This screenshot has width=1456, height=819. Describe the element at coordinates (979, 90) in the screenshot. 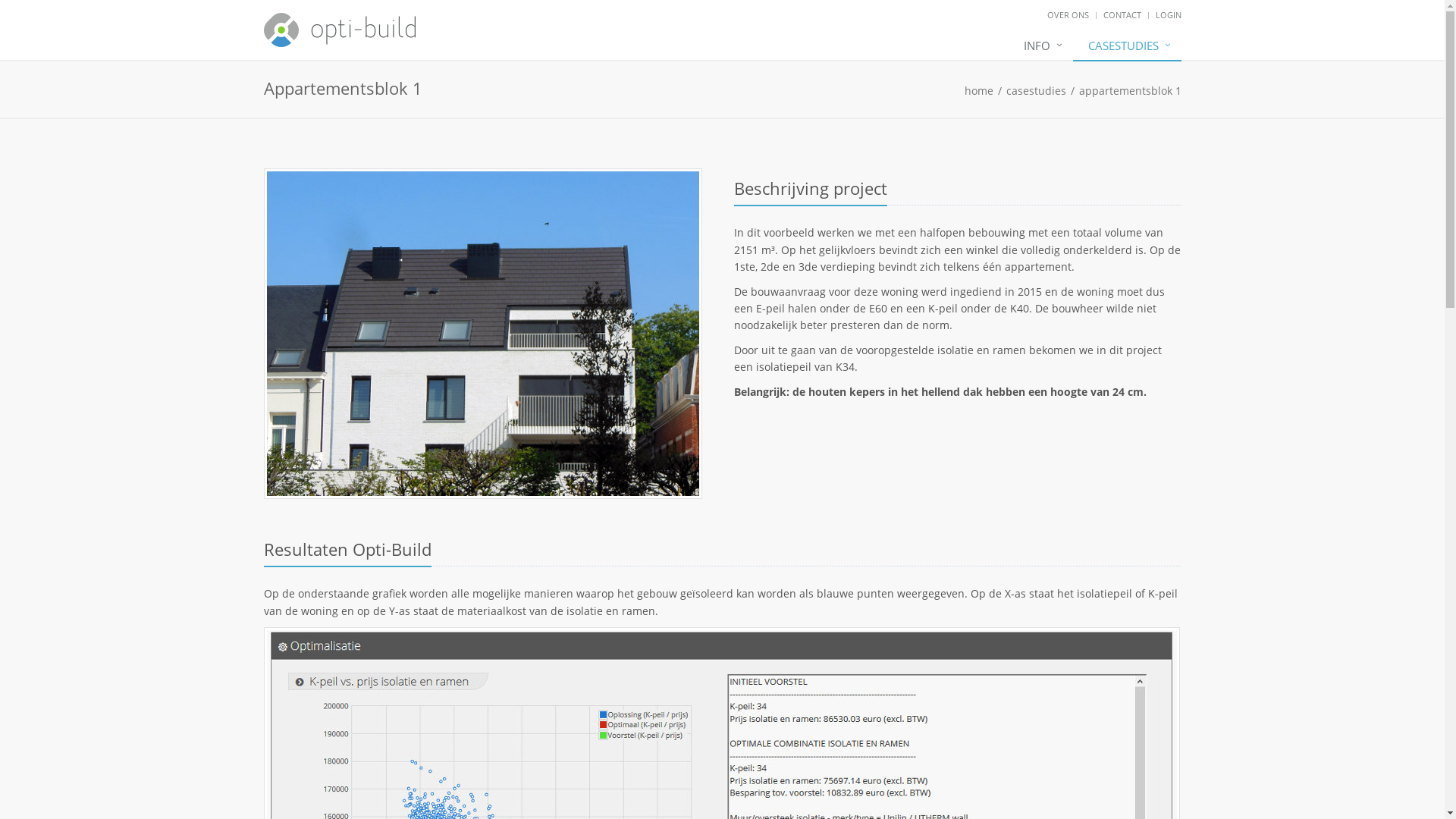

I see `'home'` at that location.